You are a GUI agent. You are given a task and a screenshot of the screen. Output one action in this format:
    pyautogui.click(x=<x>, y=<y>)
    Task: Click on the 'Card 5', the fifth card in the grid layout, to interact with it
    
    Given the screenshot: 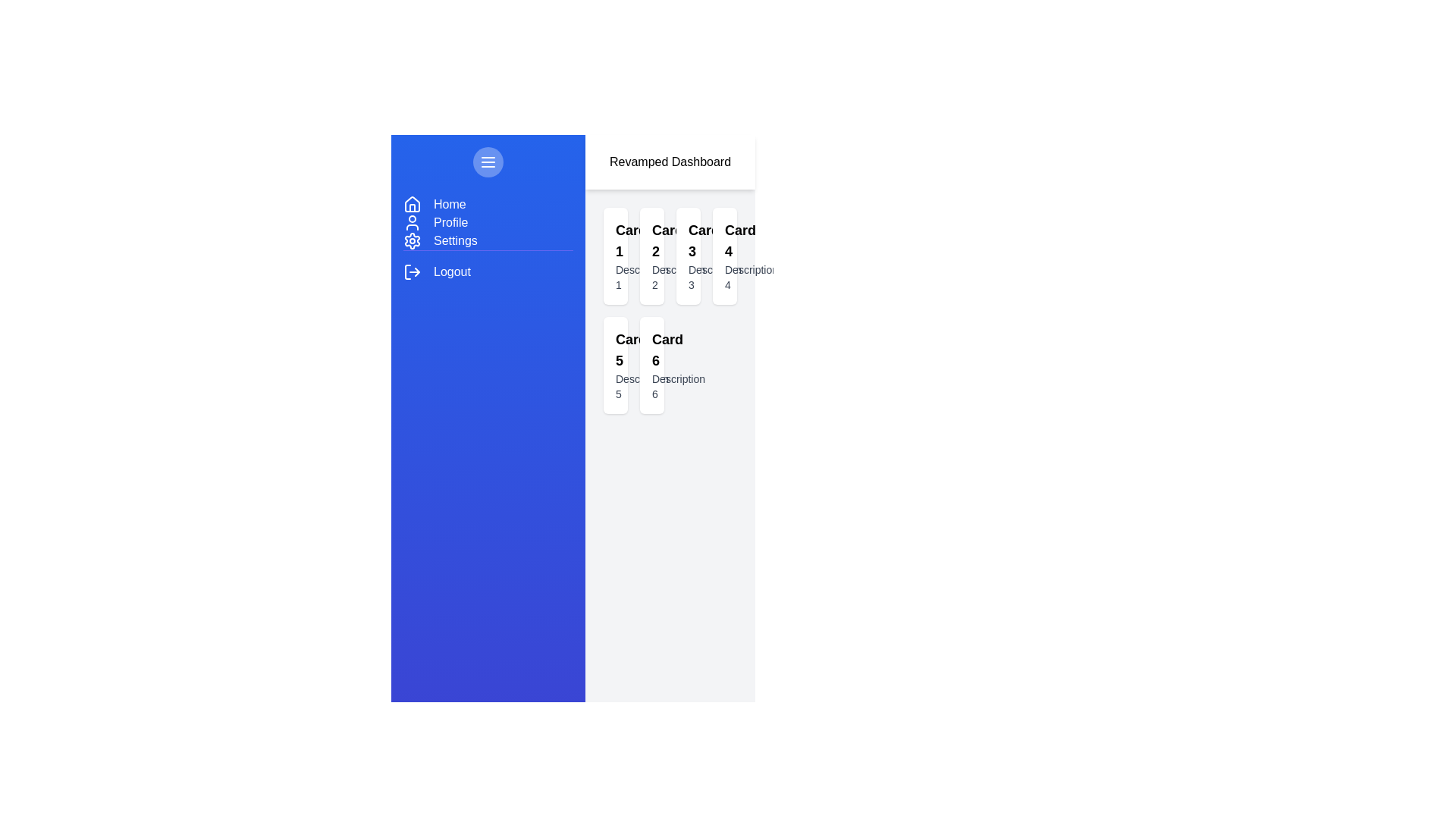 What is the action you would take?
    pyautogui.click(x=615, y=366)
    